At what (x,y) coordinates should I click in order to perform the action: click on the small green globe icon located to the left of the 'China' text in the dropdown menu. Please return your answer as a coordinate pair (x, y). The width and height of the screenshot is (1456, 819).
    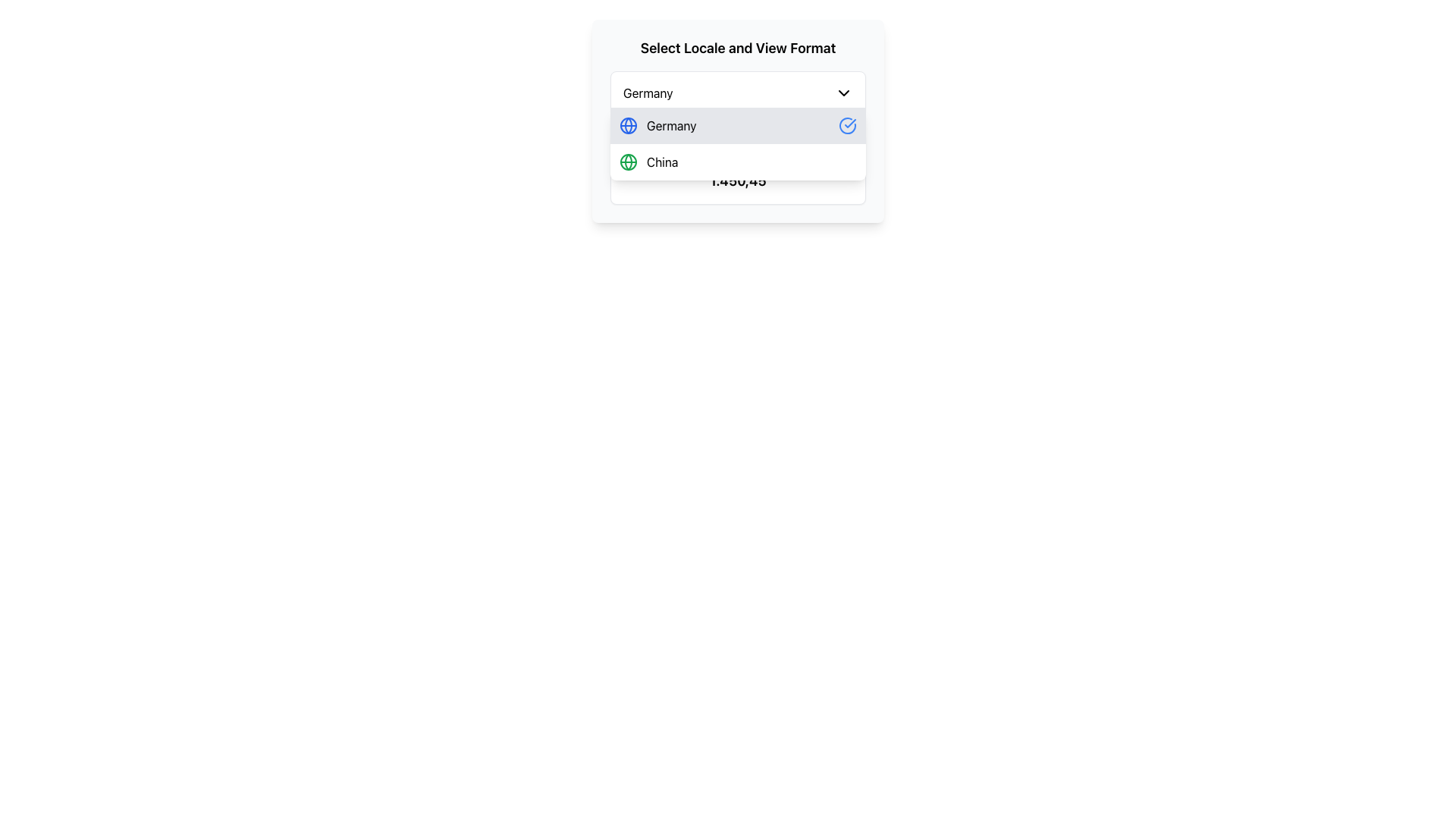
    Looking at the image, I should click on (629, 162).